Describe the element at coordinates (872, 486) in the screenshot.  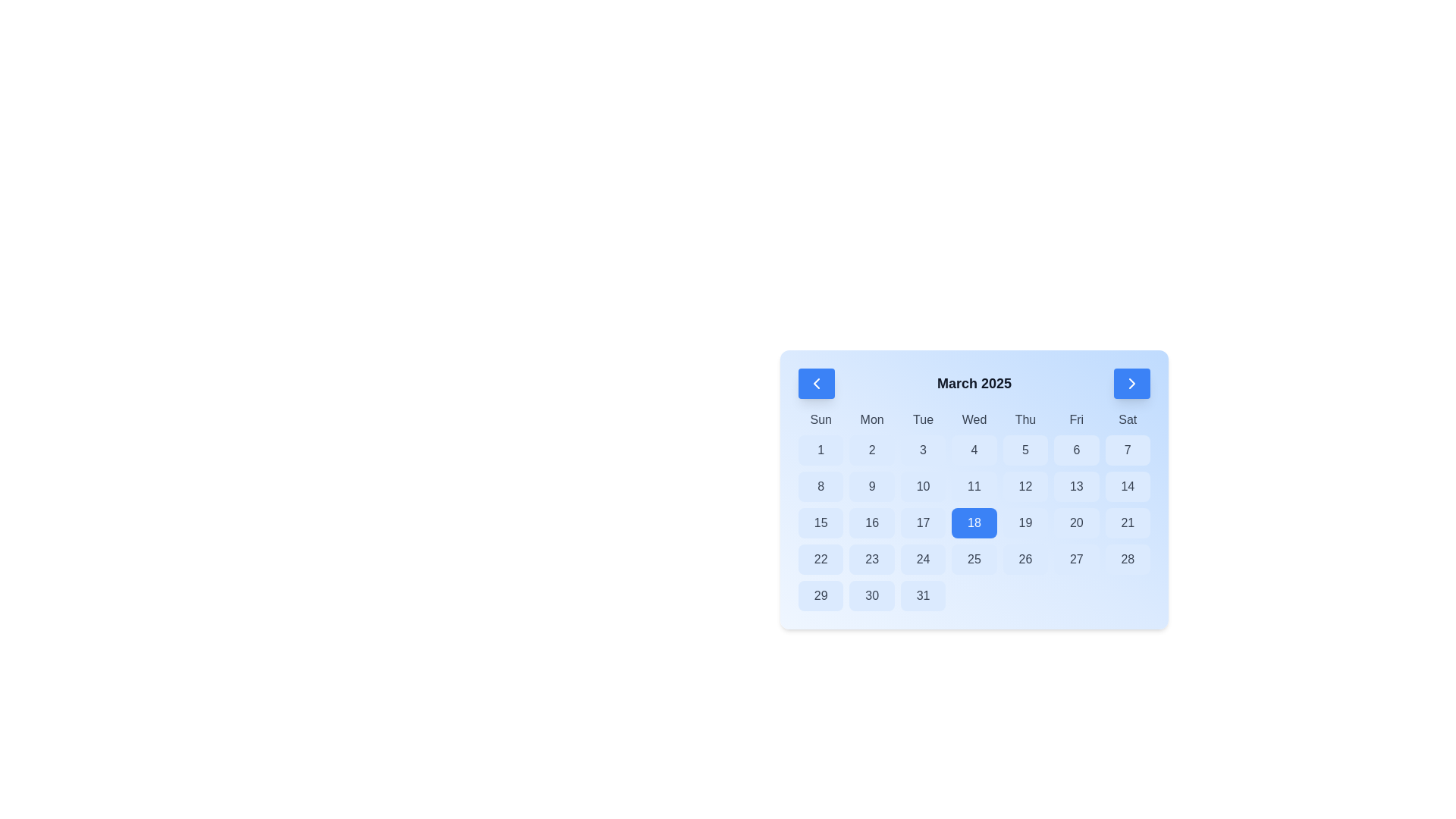
I see `the rounded light blue button displaying the number '9' to trigger the hover effect and see the visual response` at that location.